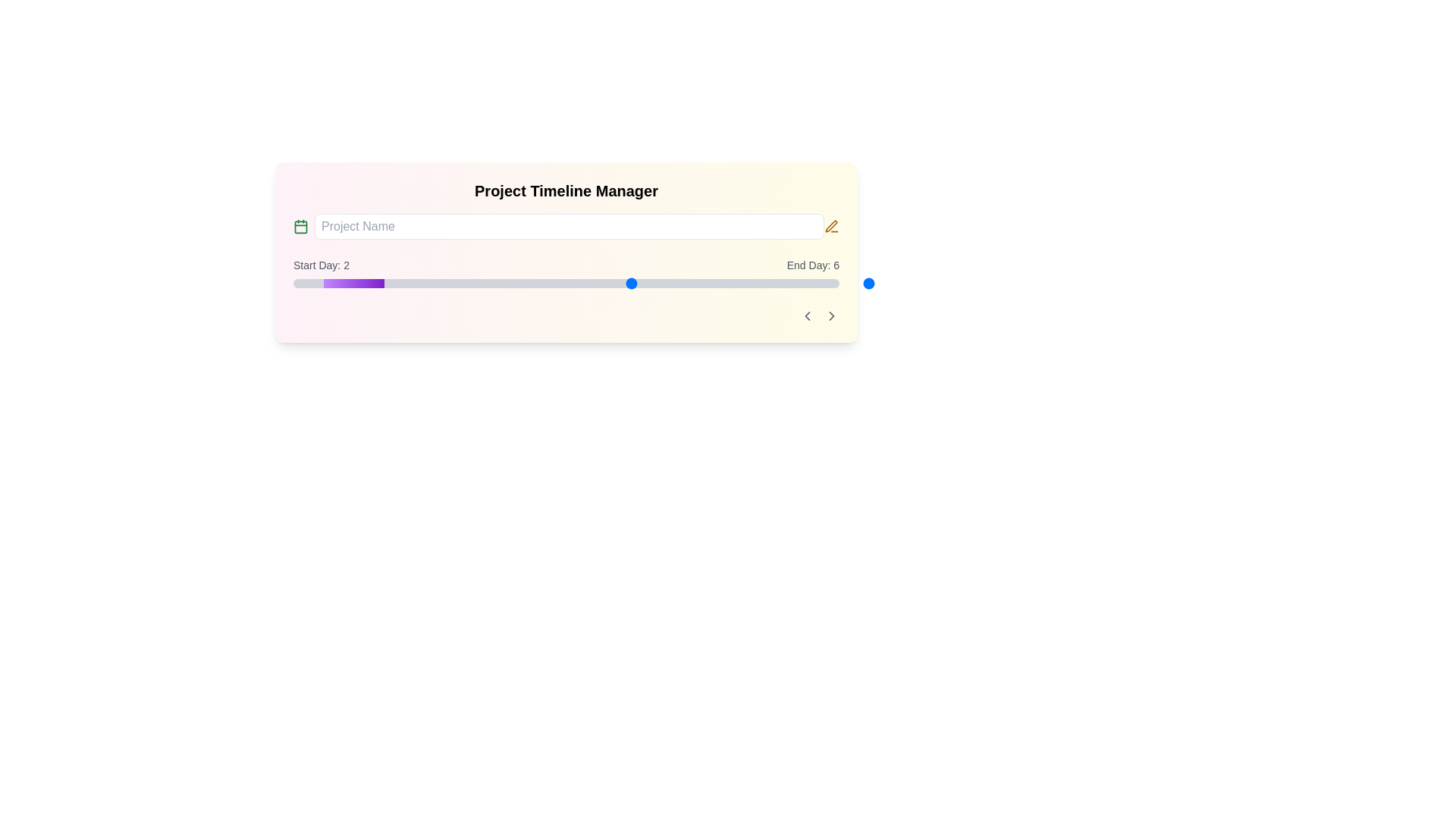 This screenshot has width=1456, height=819. I want to click on the progress bar's indication located between the text 'Start Day: 2' and 'End Day: 6' under the 'Project Timeline Manager' heading, so click(566, 271).